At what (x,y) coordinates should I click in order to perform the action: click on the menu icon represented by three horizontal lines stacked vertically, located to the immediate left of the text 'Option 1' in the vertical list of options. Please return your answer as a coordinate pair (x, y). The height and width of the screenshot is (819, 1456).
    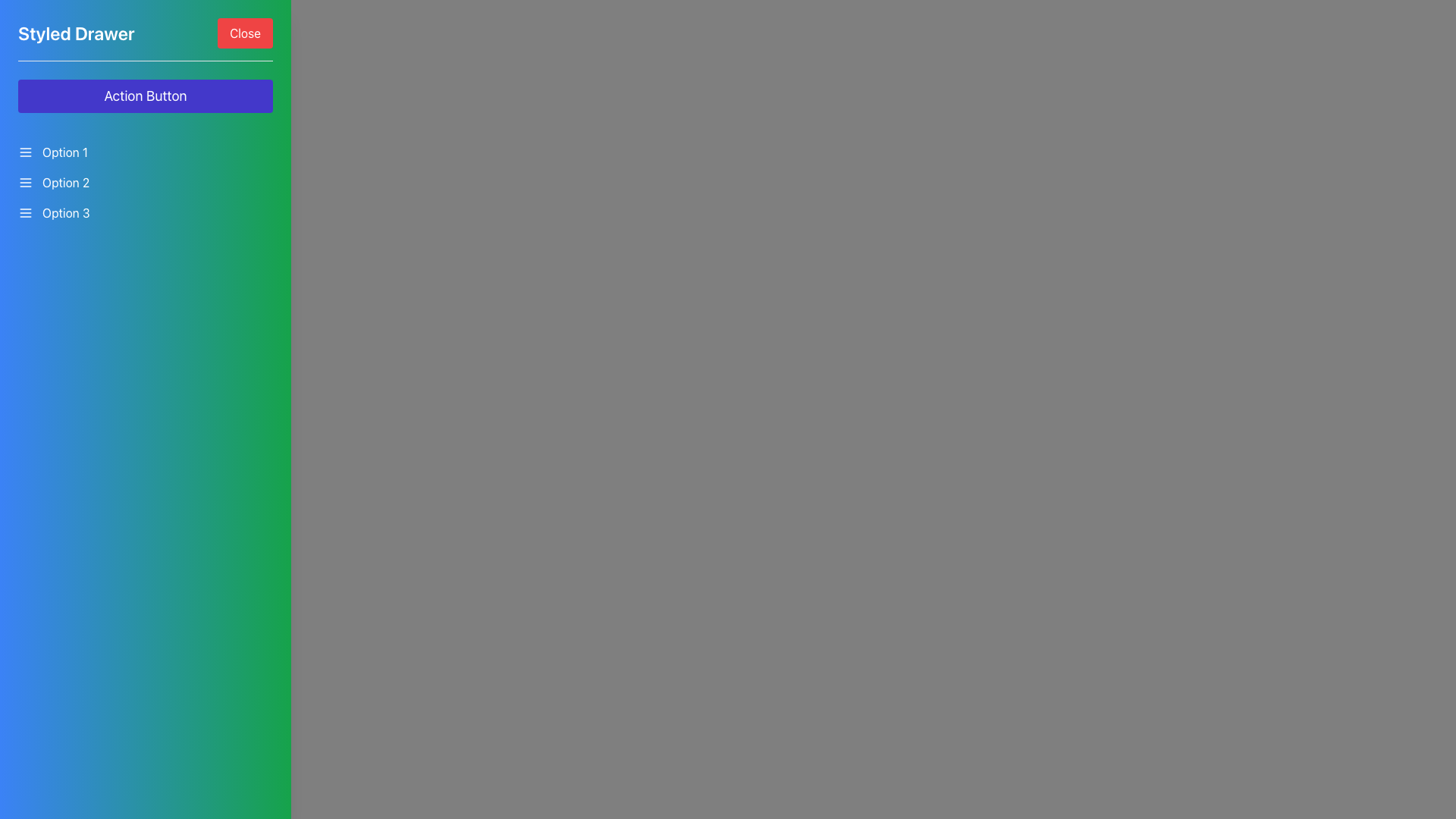
    Looking at the image, I should click on (25, 152).